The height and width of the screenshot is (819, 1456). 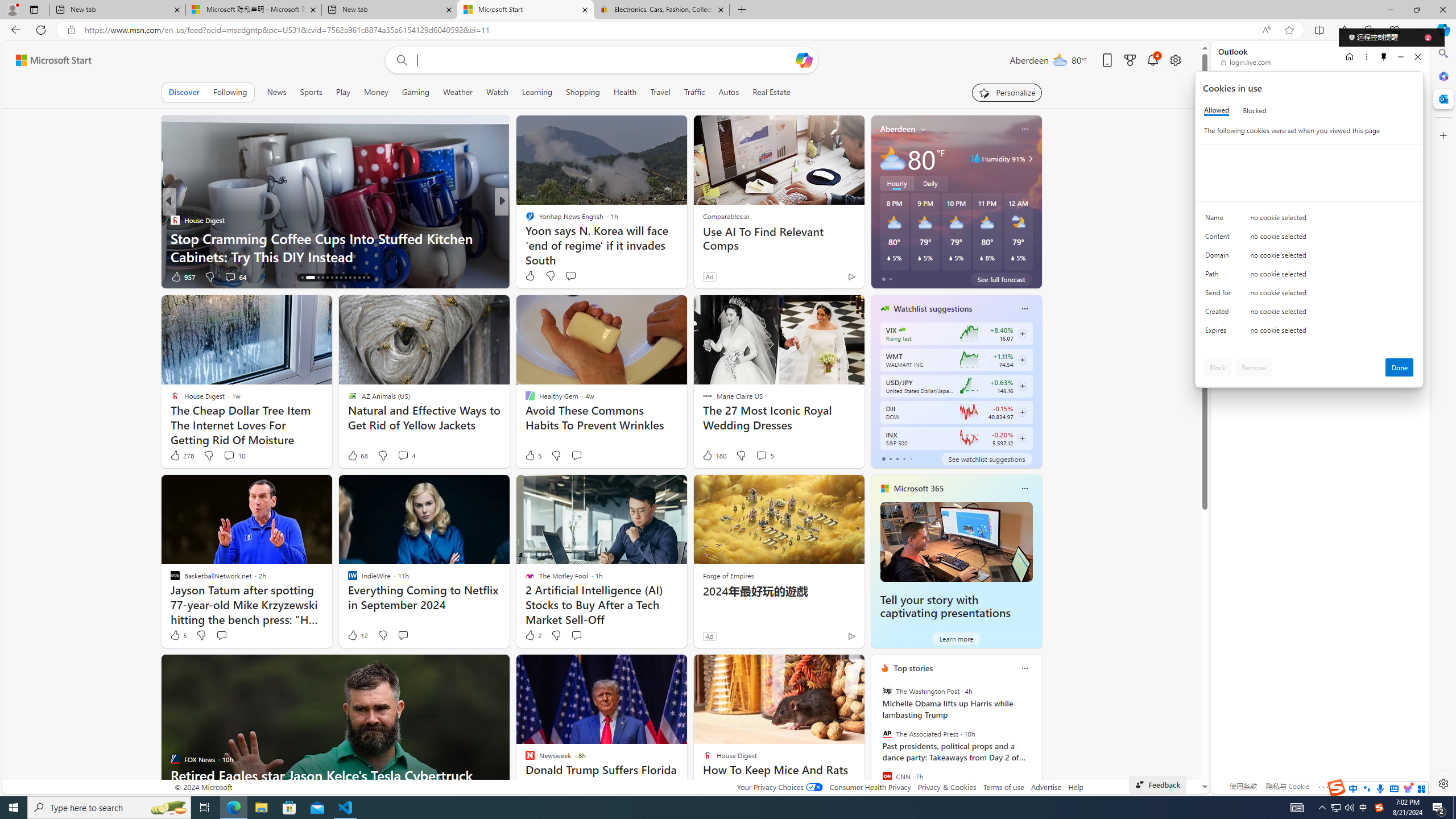 What do you see at coordinates (528, 276) in the screenshot?
I see `'6 Like'` at bounding box center [528, 276].